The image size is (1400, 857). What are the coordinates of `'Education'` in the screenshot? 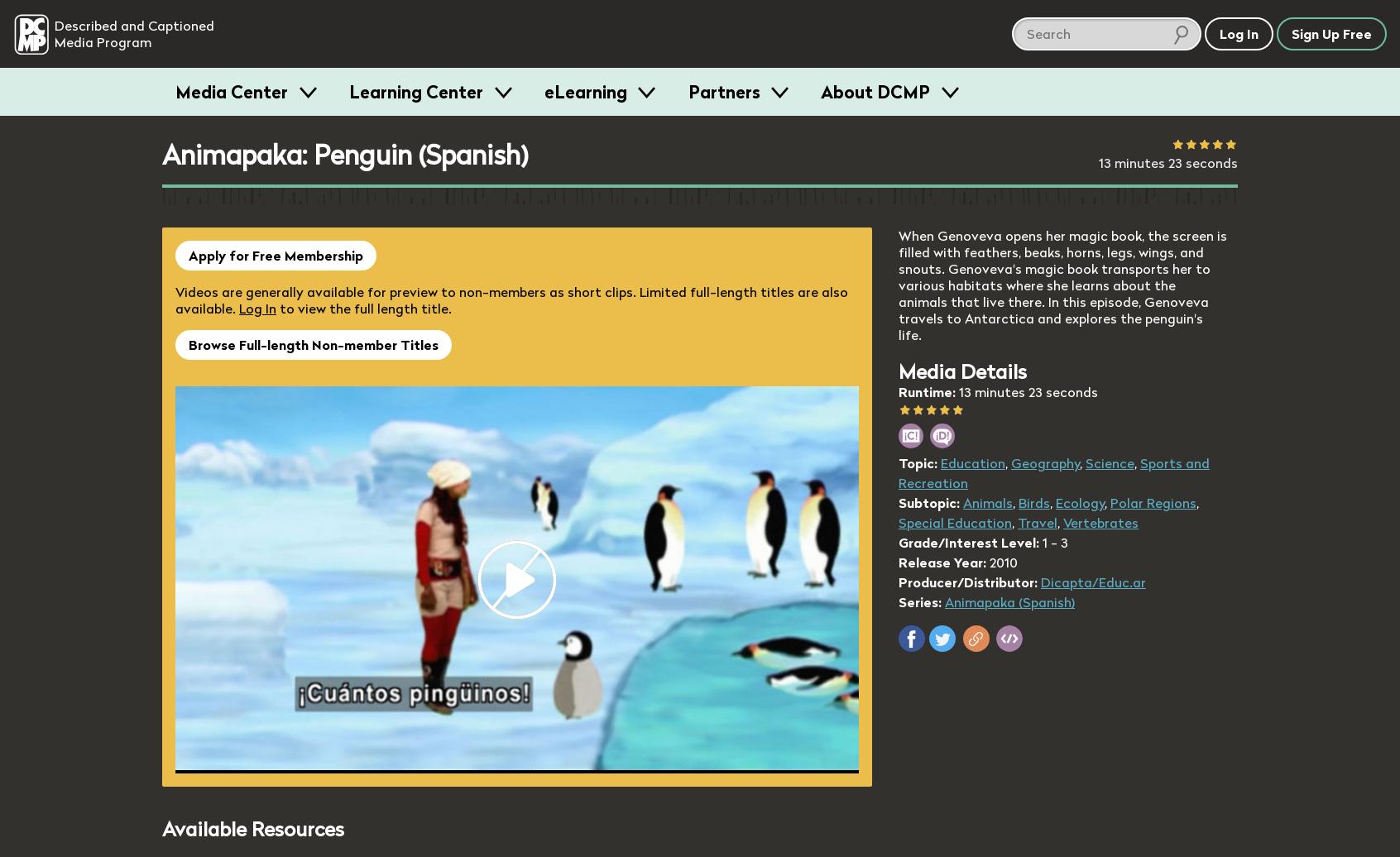 It's located at (940, 462).